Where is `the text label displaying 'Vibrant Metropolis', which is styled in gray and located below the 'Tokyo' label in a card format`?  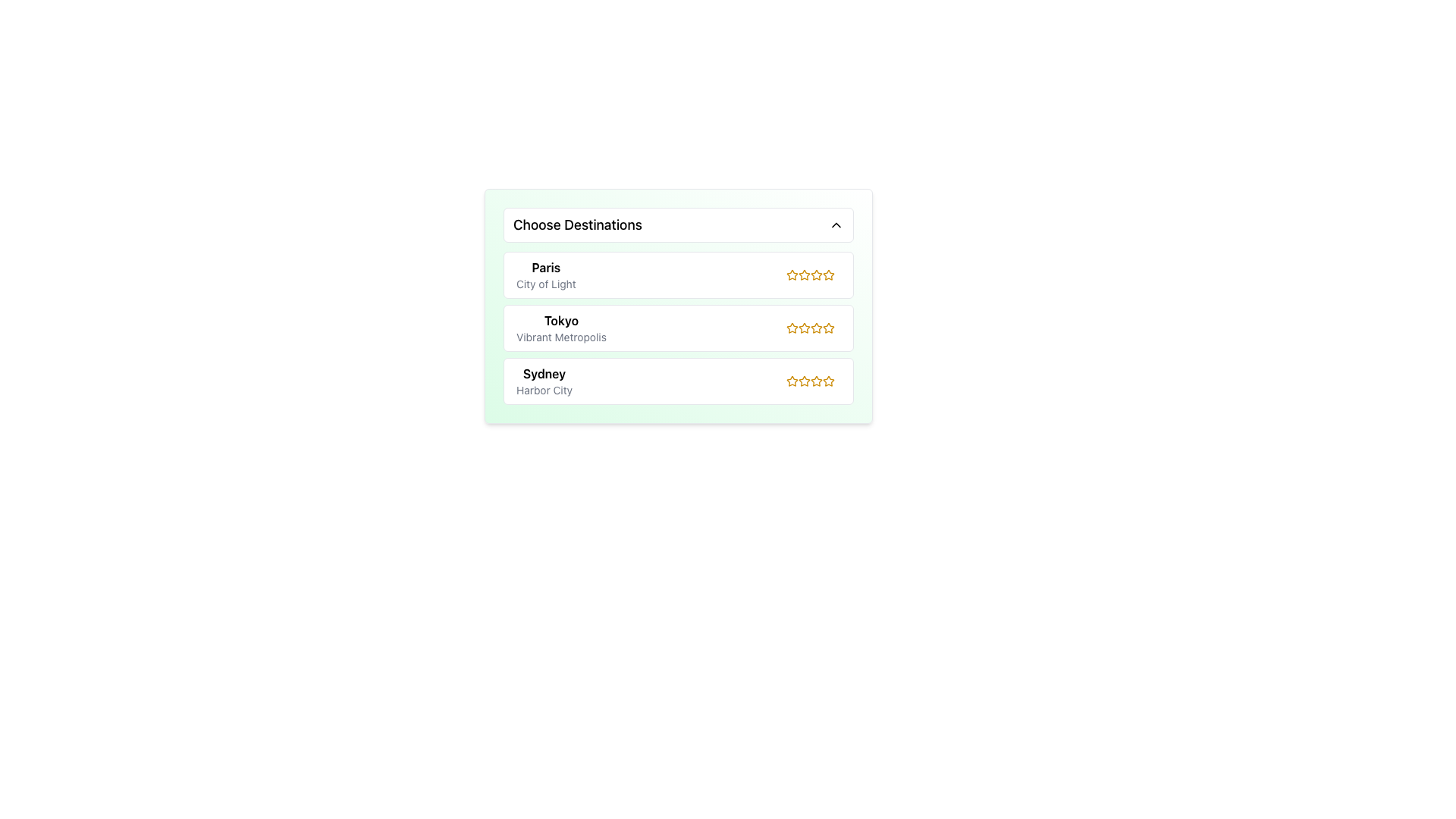
the text label displaying 'Vibrant Metropolis', which is styled in gray and located below the 'Tokyo' label in a card format is located at coordinates (560, 336).